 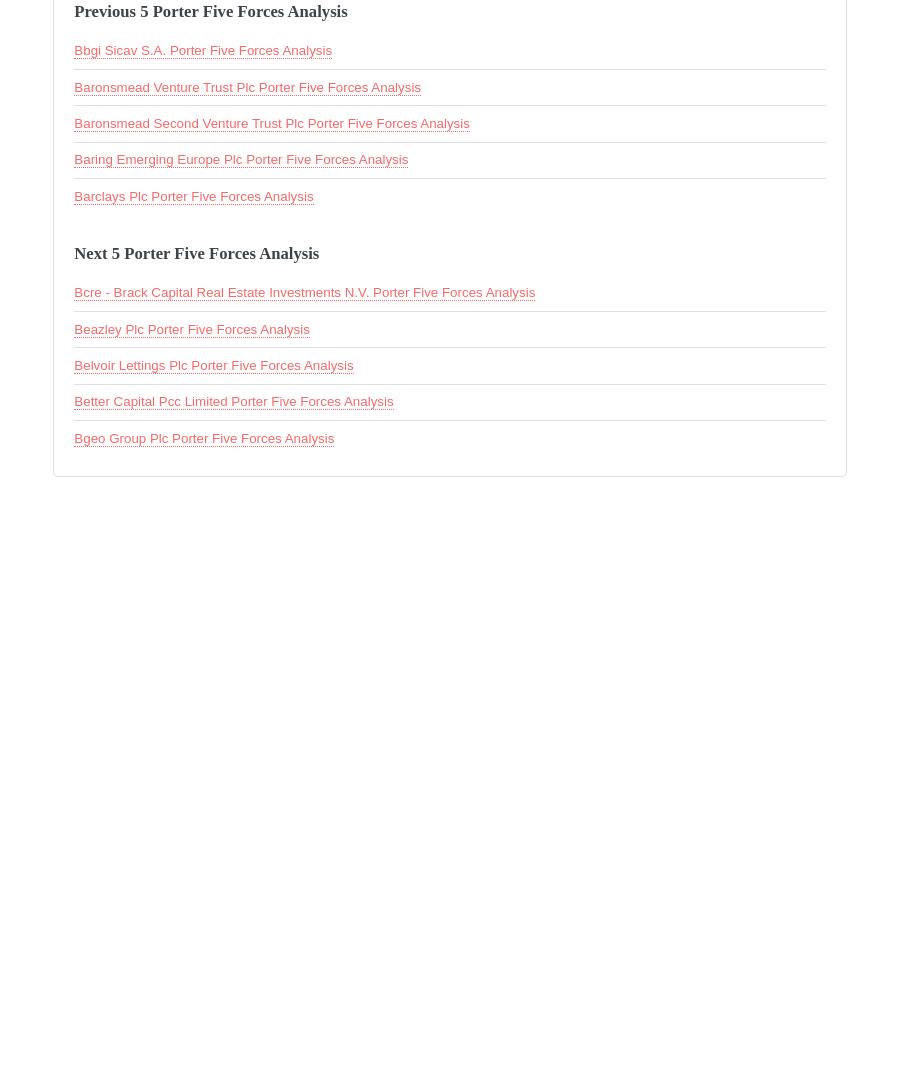 I want to click on 'Better Capital Pcc Limited Porter Five Forces Analysis', so click(x=232, y=400).